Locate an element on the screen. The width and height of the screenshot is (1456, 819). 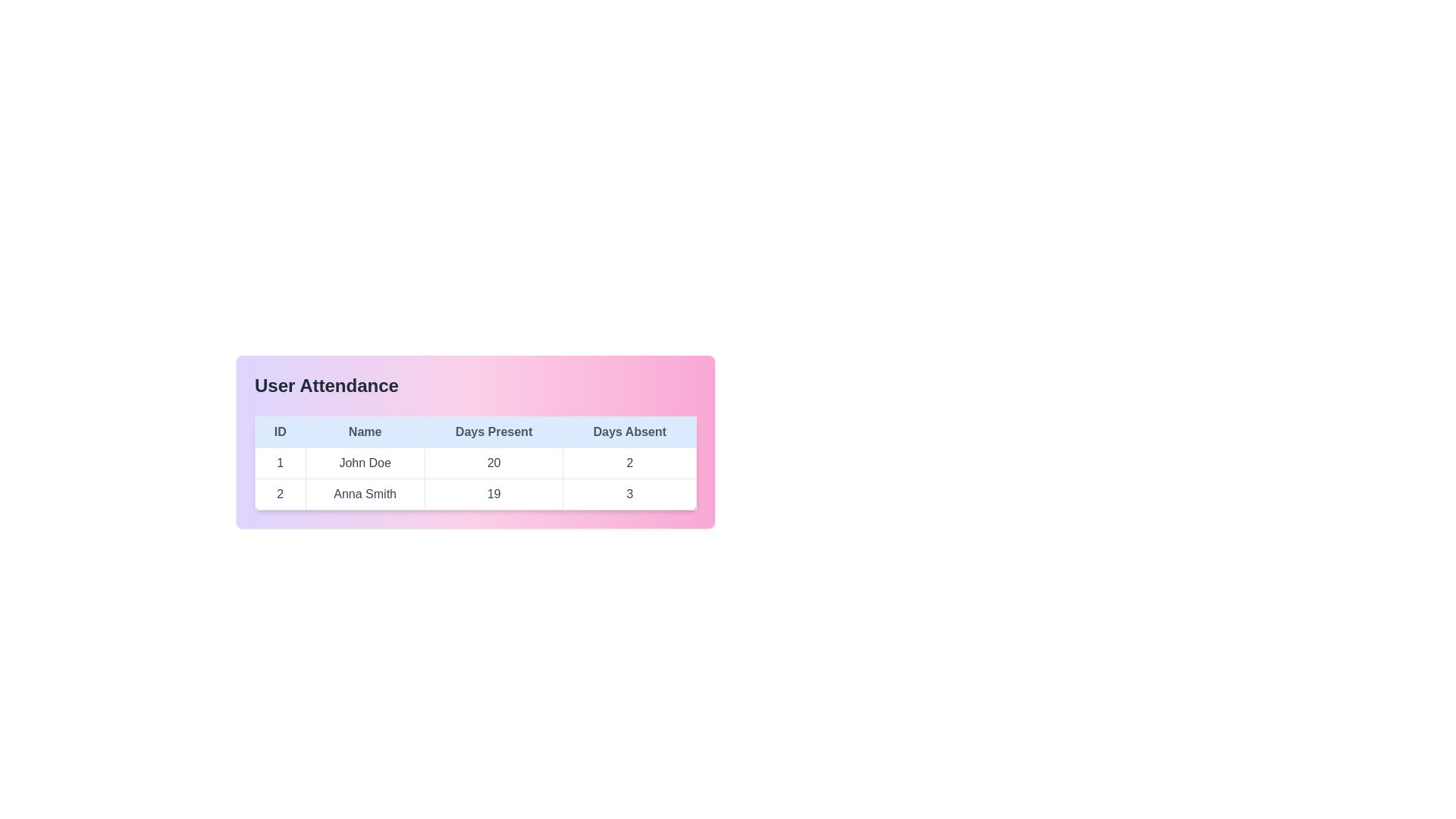
label of the table header cell containing the text 'Days Present', which is styled with a light blue background and dark-colored text is located at coordinates (494, 432).